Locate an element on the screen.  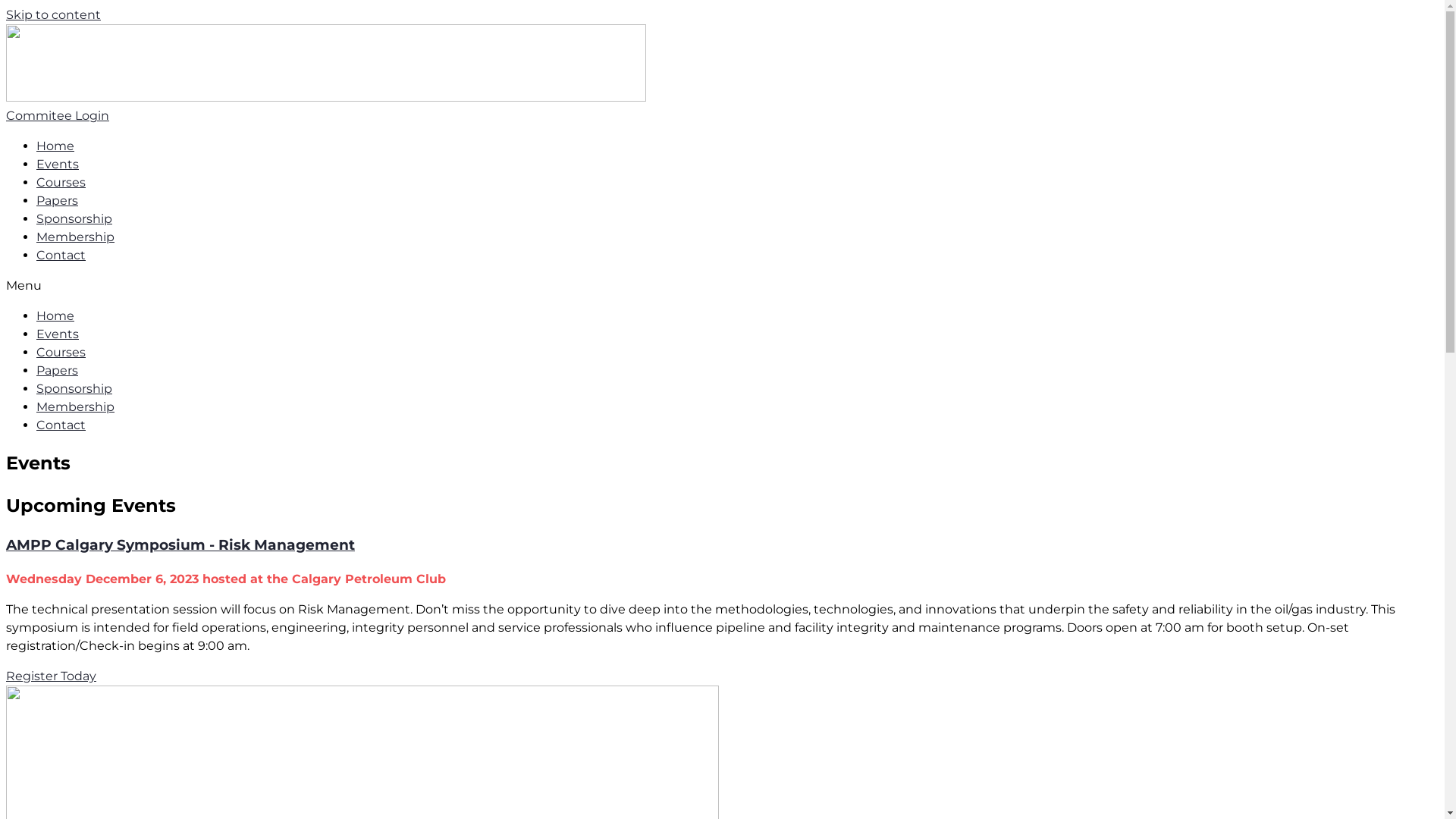
'AMPP Calgary Symposium - Risk Management' is located at coordinates (180, 544).